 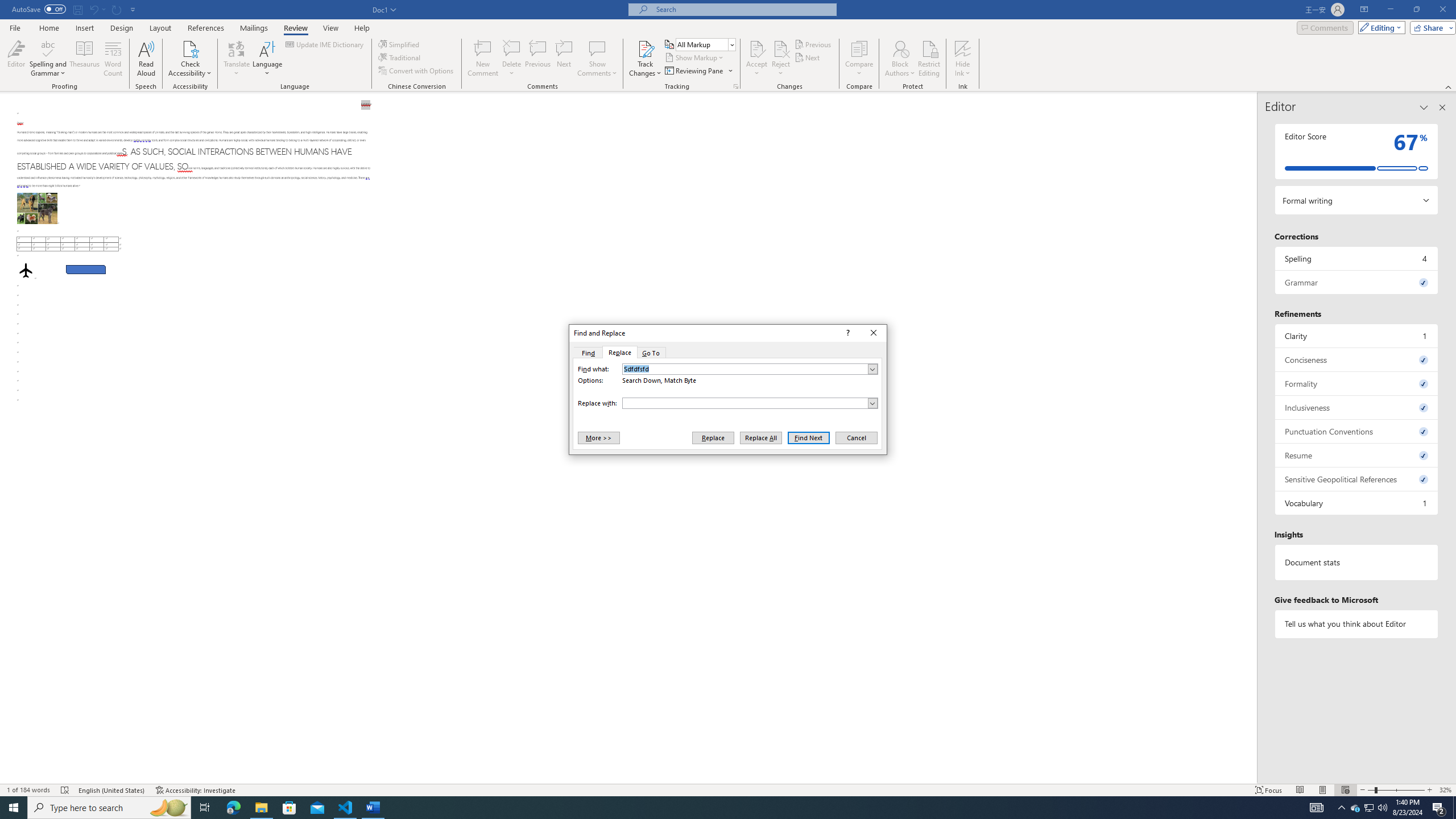 I want to click on 'Hide Ink', so click(x=962, y=59).